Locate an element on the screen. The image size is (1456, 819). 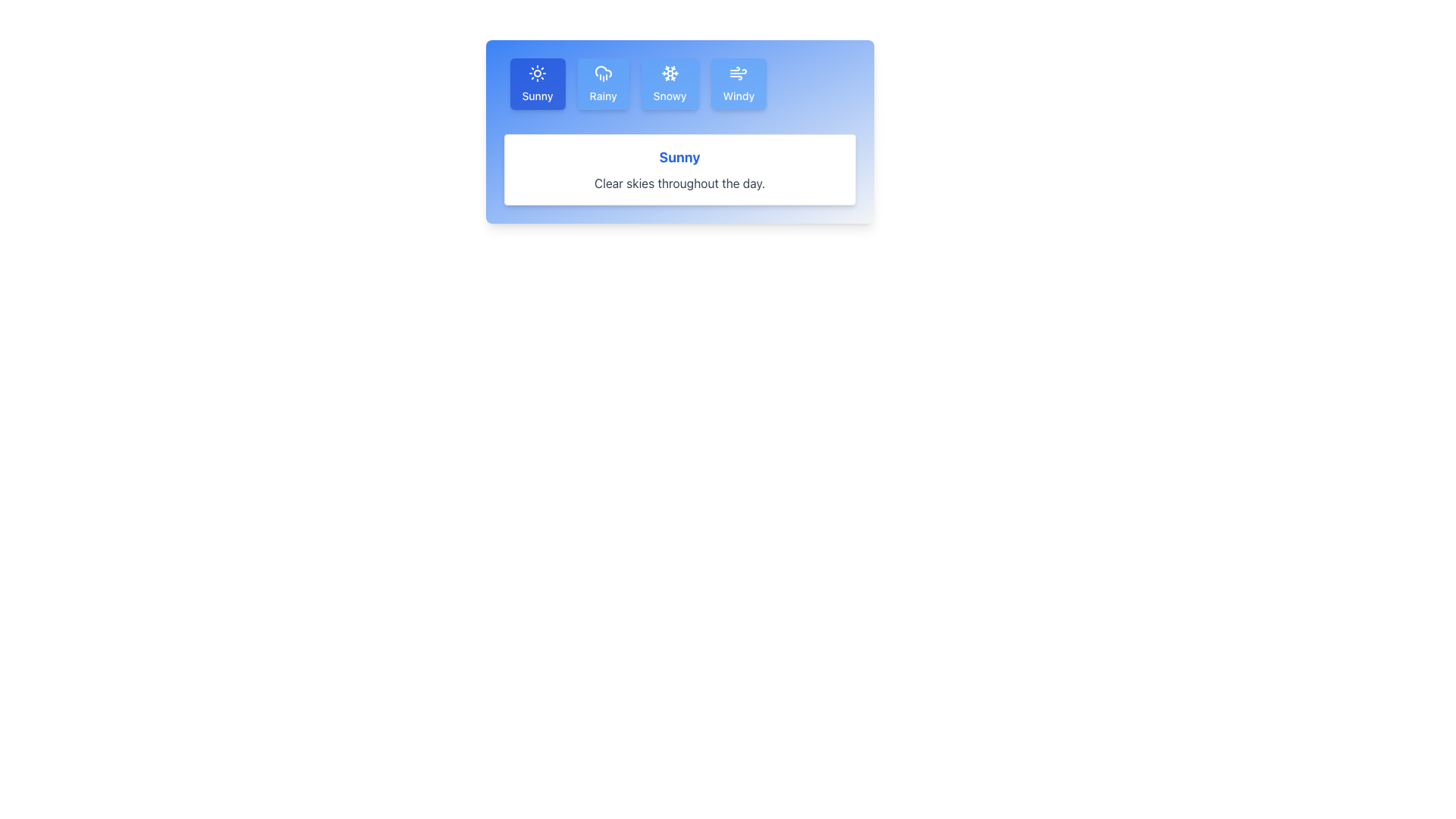
the 'Snowy' button, the third button in a row of four, located at the top center of the interface, to focus on it using keyboard navigation is located at coordinates (669, 84).